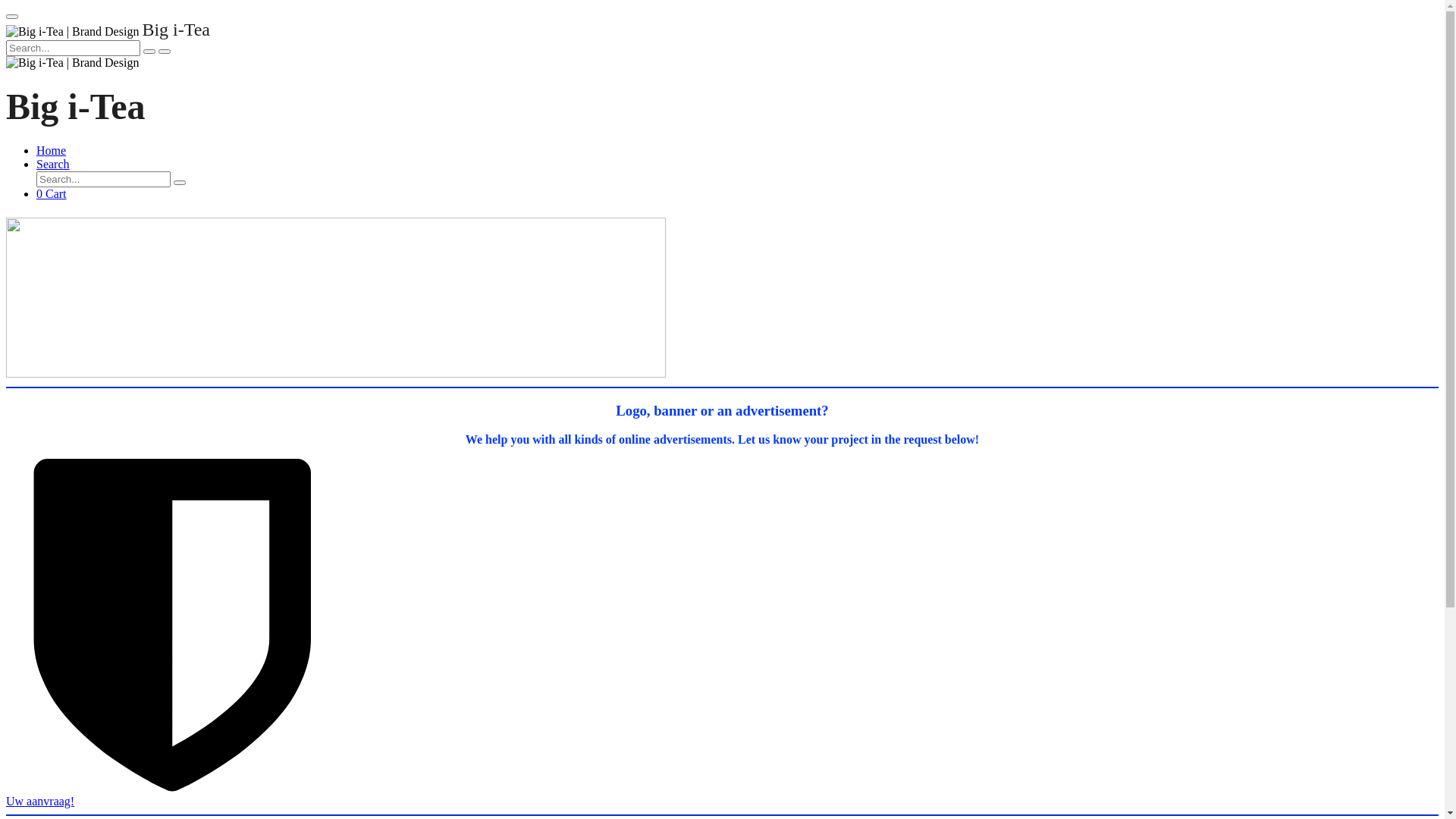 This screenshot has height=819, width=1456. I want to click on 'Search', so click(53, 164).